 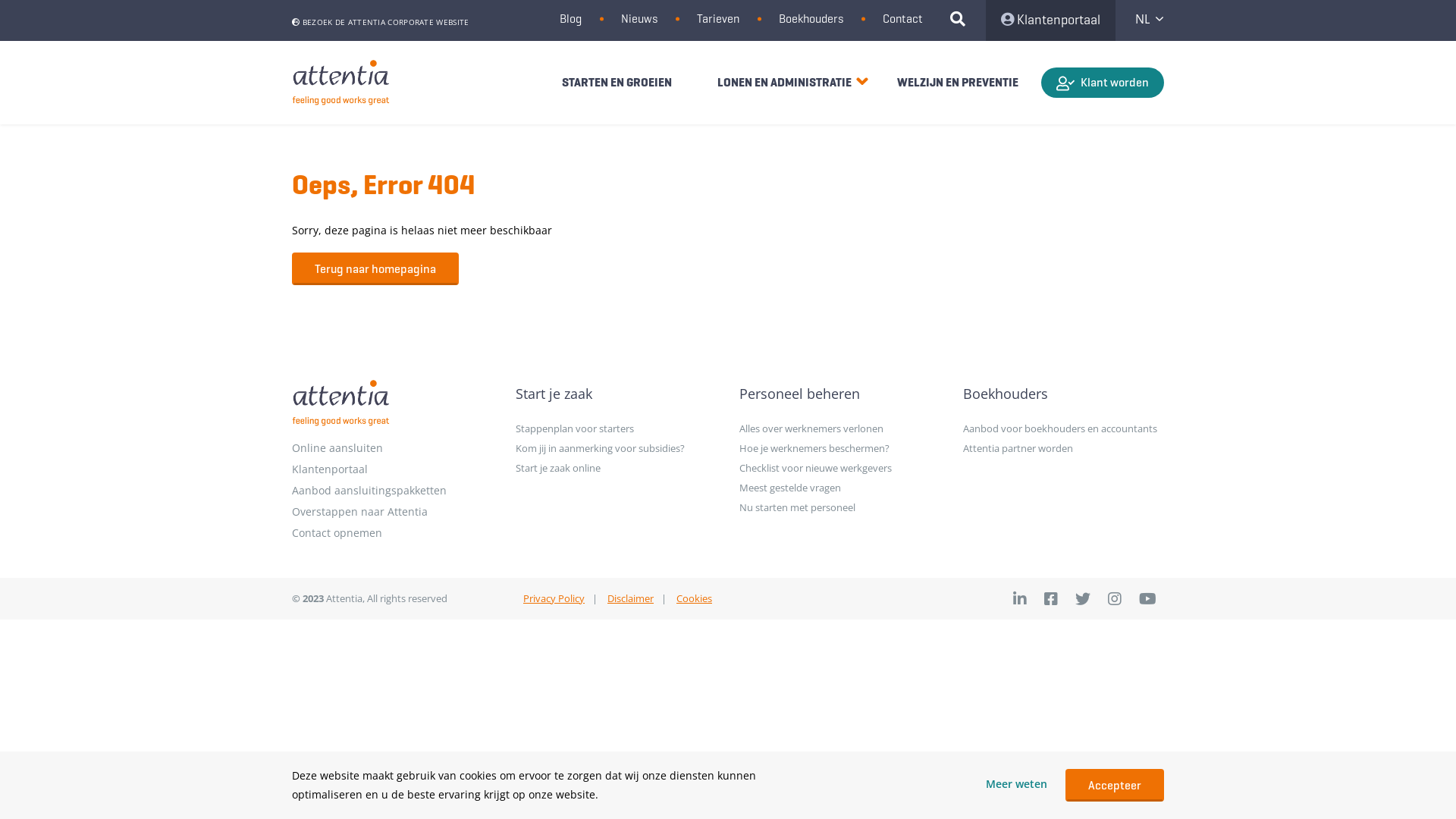 I want to click on 'Klant worden', so click(x=1103, y=82).